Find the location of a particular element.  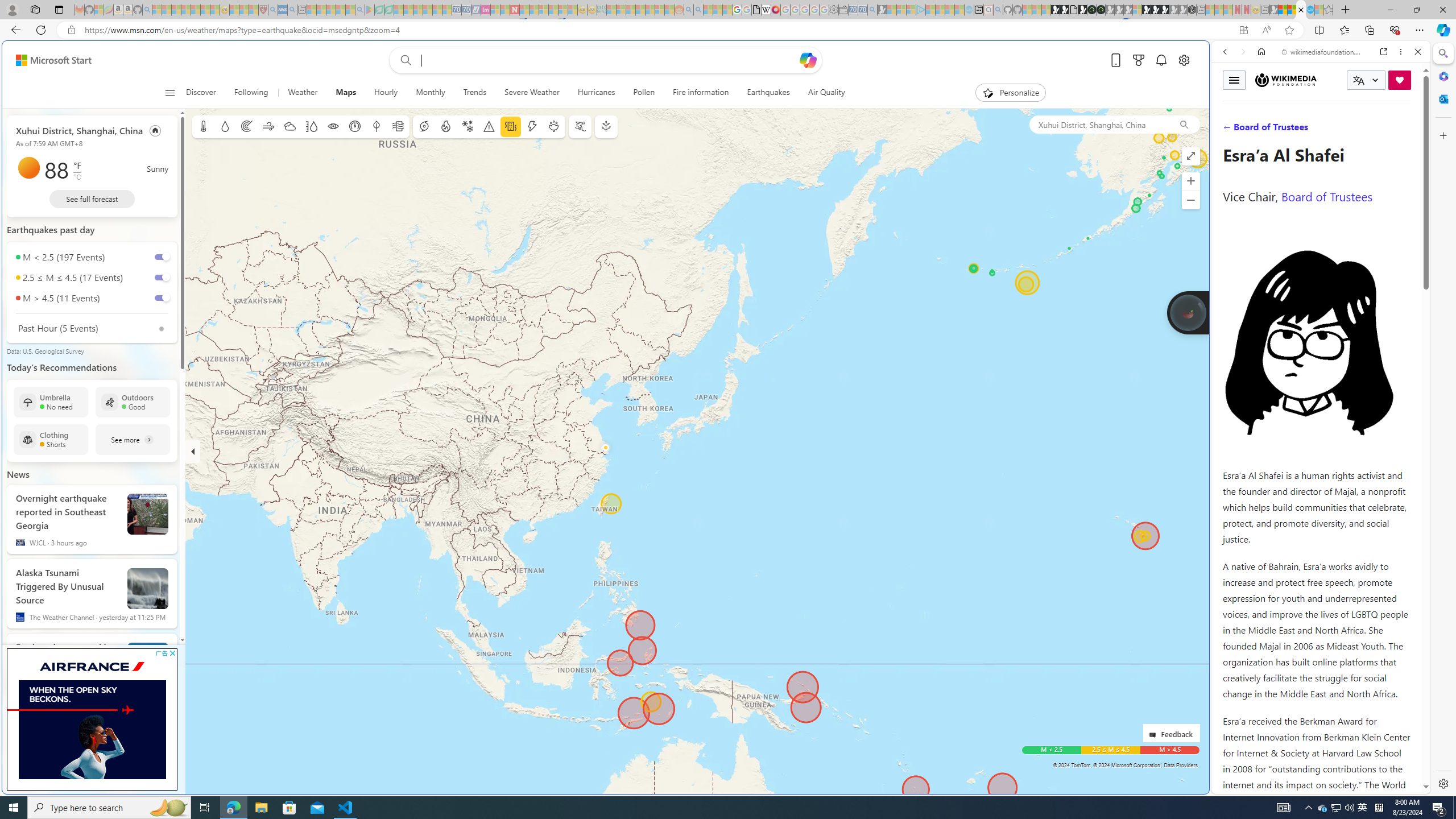

'Alaska Tsunami Triggered By Unusual Source' is located at coordinates (67, 584).